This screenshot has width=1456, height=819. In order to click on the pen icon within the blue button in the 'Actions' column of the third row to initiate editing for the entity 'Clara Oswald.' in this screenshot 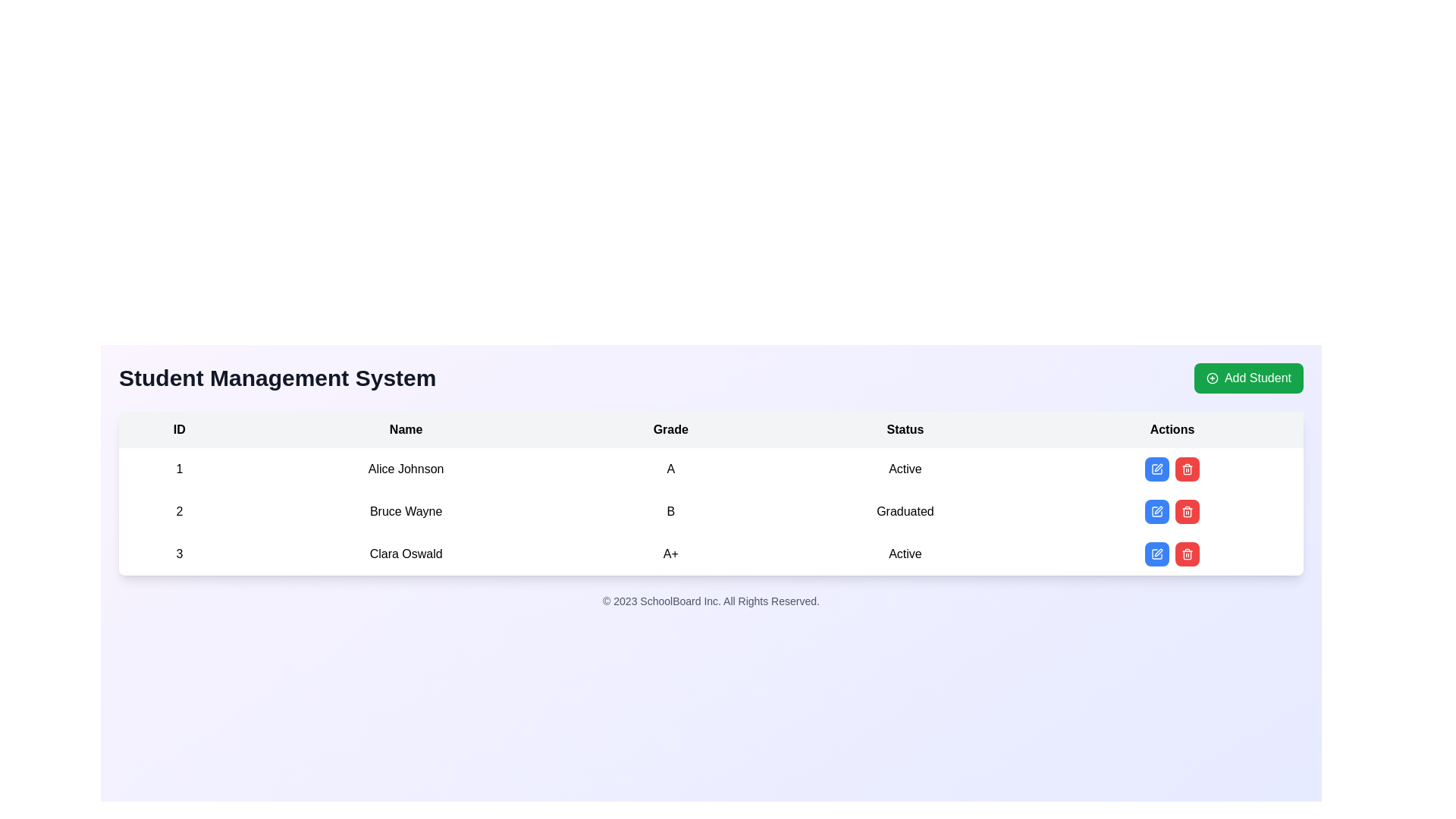, I will do `click(1156, 468)`.